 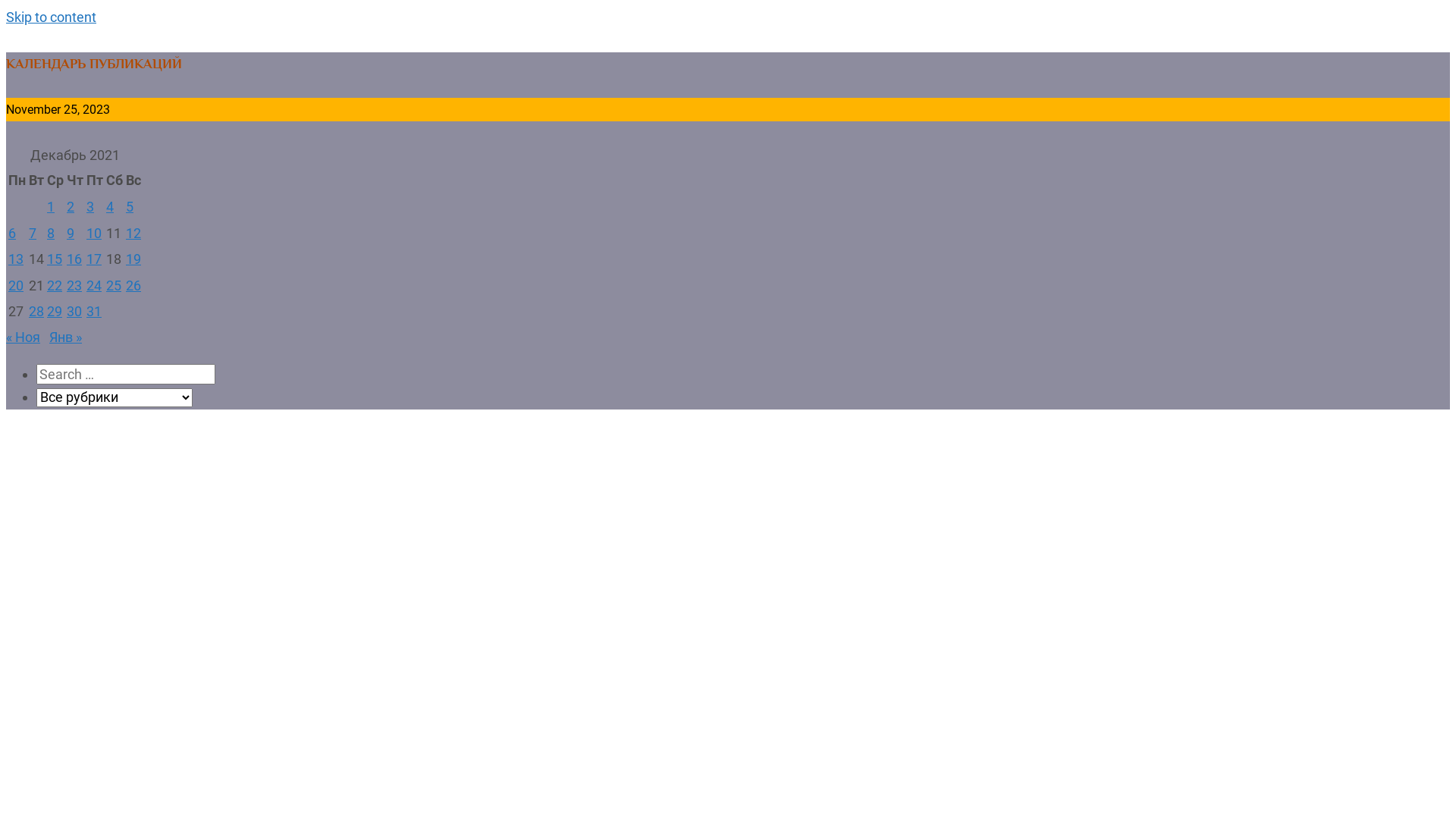 I want to click on '3', so click(x=89, y=206).